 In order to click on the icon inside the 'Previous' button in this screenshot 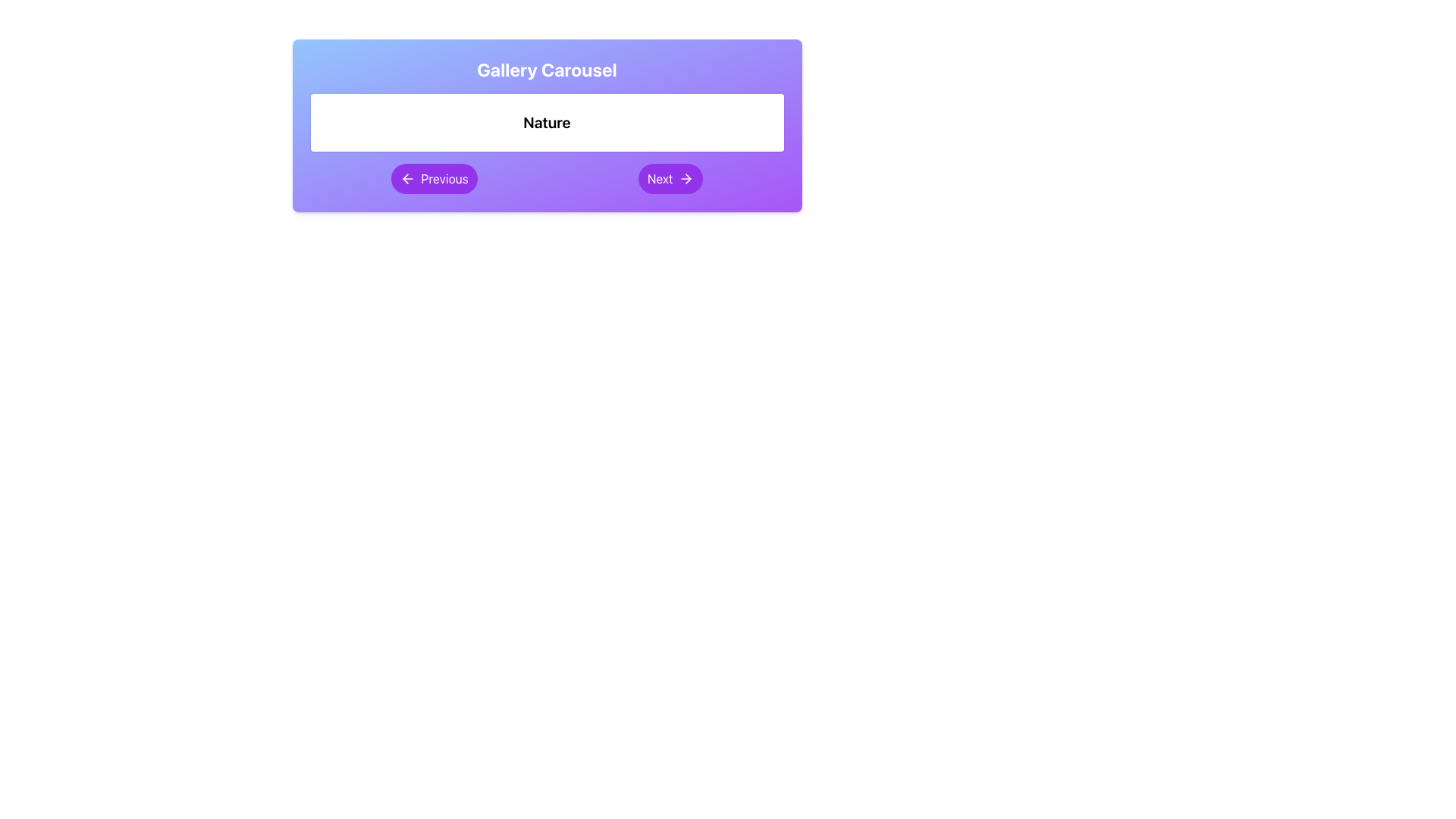, I will do `click(405, 177)`.